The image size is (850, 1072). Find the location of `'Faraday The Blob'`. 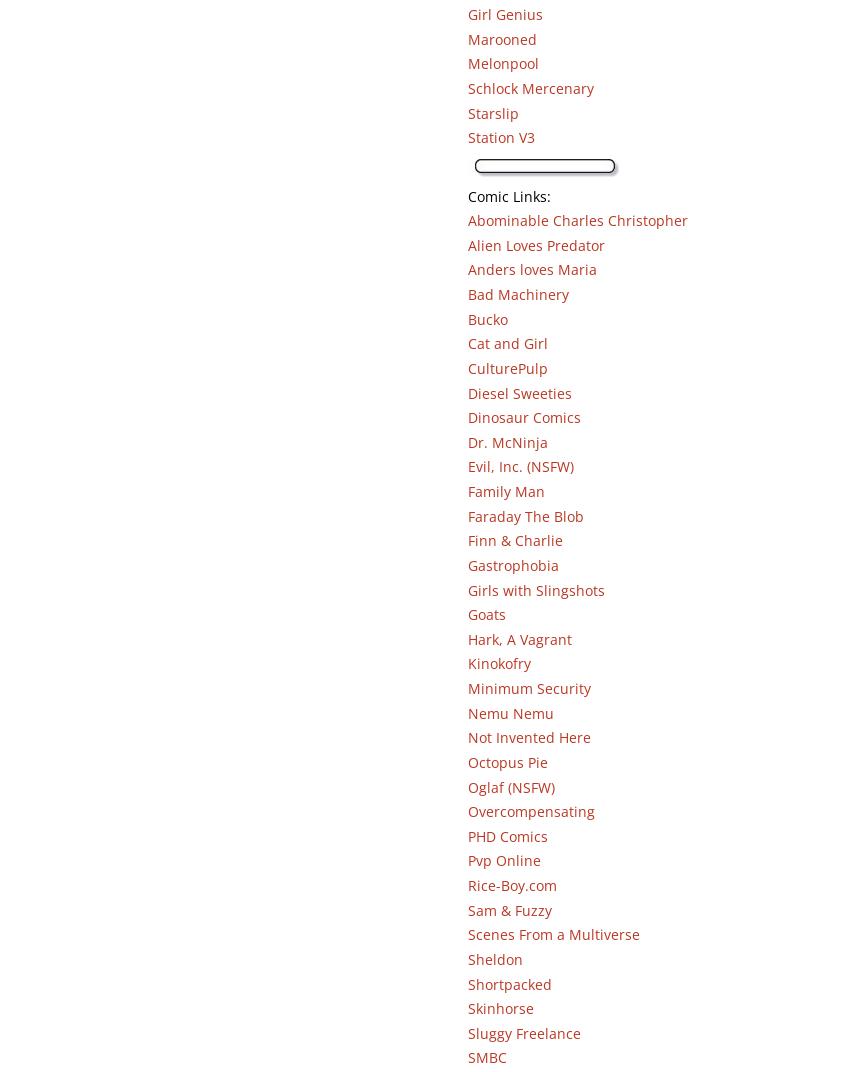

'Faraday The Blob' is located at coordinates (465, 515).